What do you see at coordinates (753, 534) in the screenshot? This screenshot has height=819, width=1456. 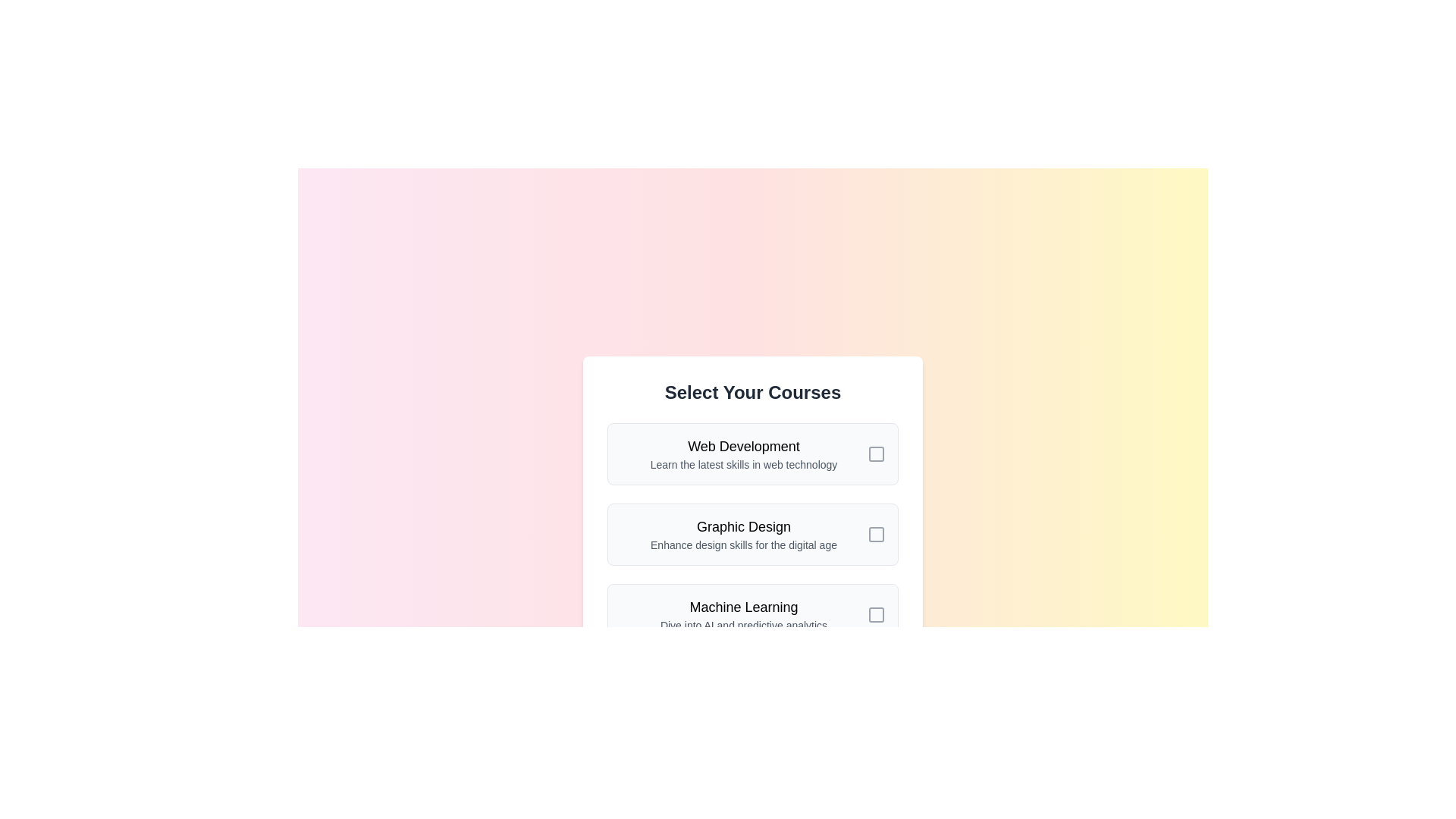 I see `the course item titled 'Graphic Design' to observe the visual feedback` at bounding box center [753, 534].